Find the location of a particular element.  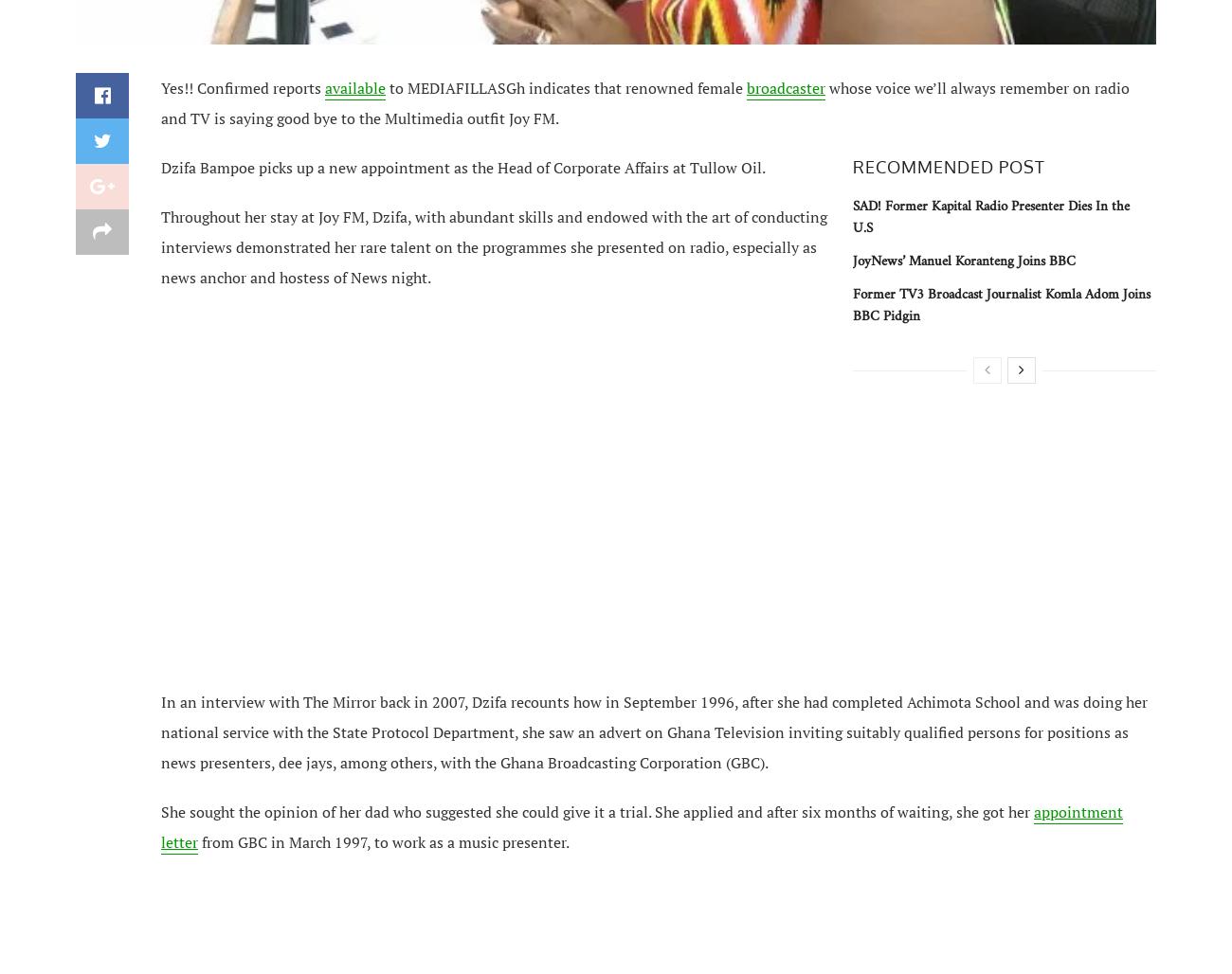

'broadcaster' is located at coordinates (786, 86).